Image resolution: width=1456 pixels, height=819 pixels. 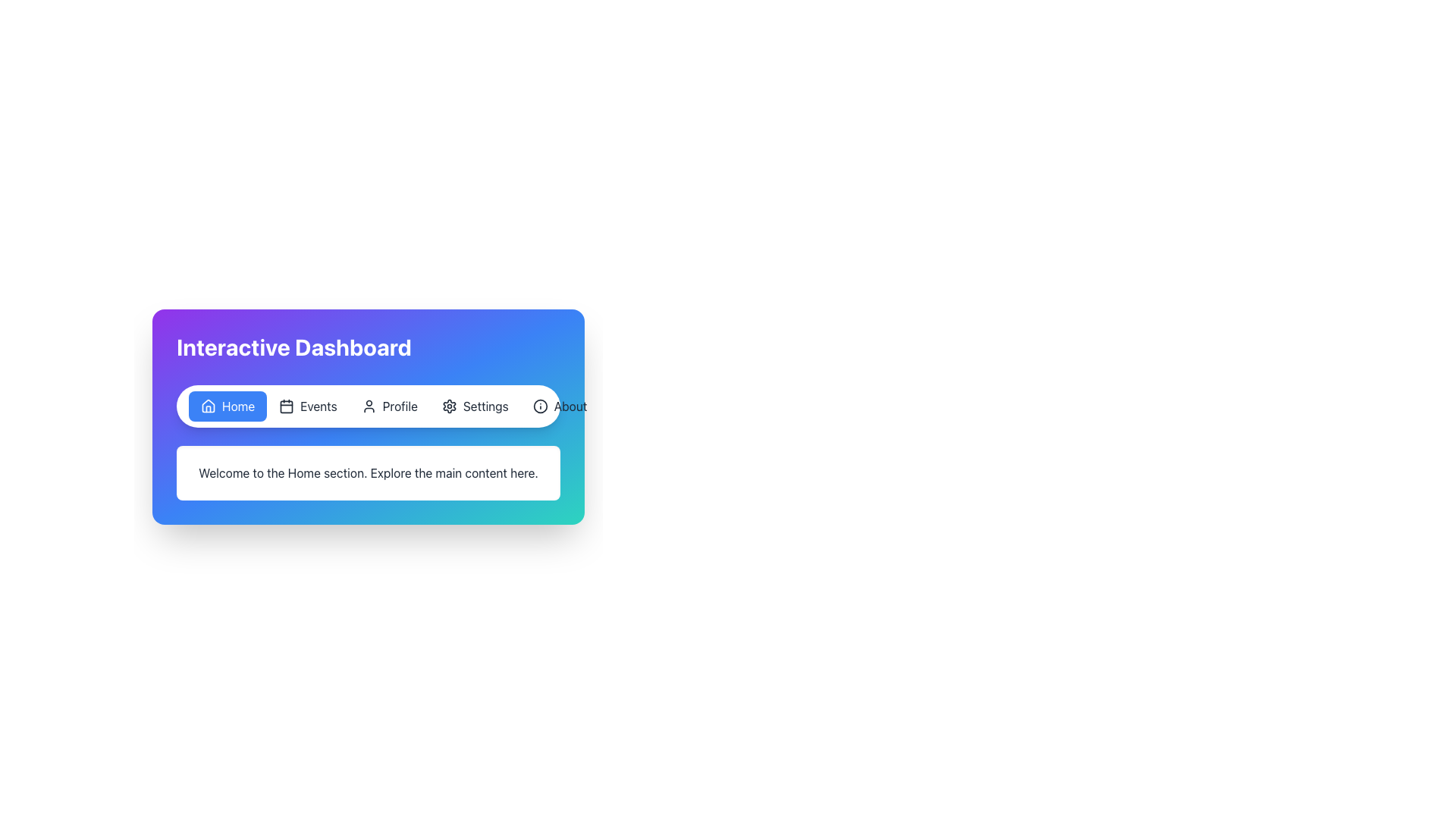 I want to click on the user's profile section navigation item, so click(x=368, y=406).